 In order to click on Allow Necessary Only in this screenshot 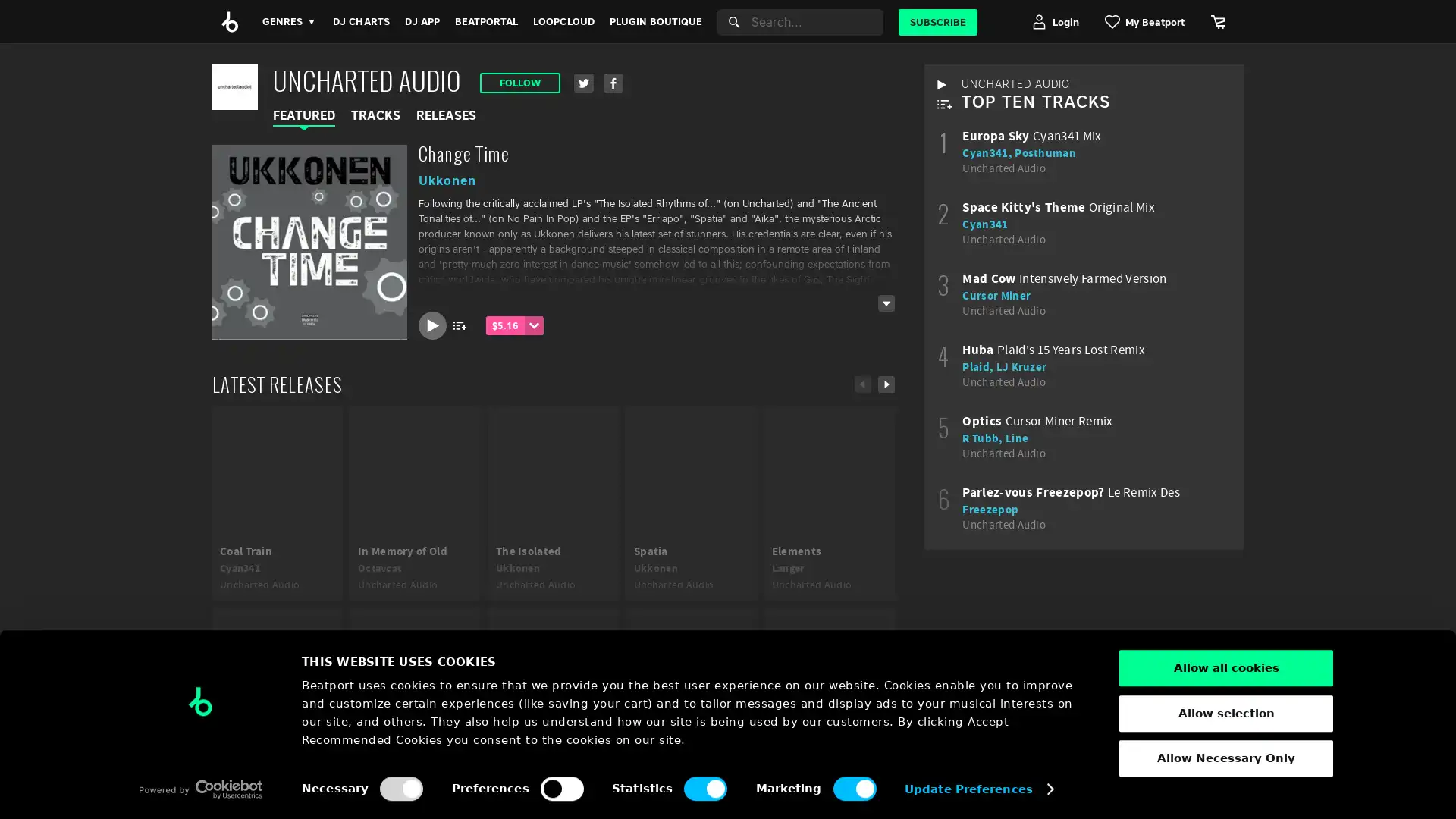, I will do `click(1226, 758)`.